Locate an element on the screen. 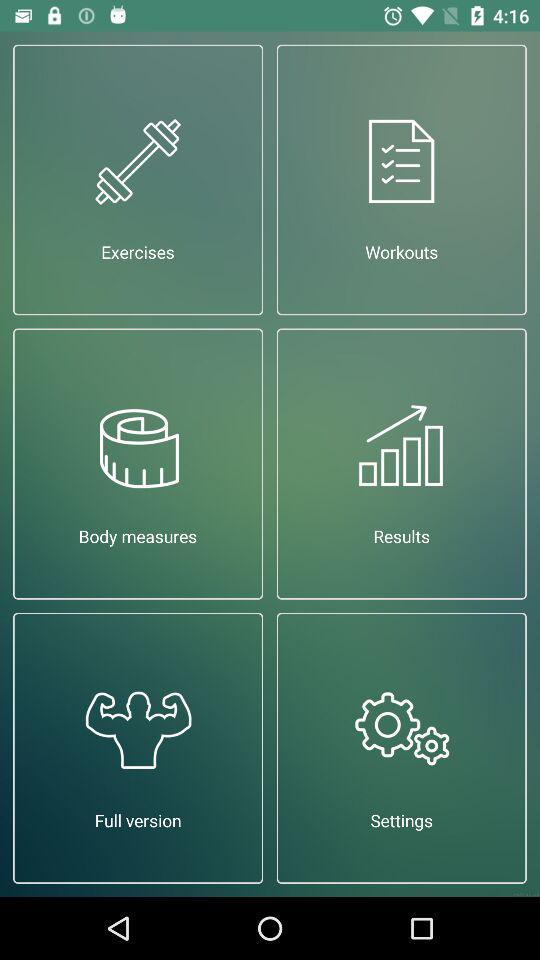  item above the results is located at coordinates (401, 178).